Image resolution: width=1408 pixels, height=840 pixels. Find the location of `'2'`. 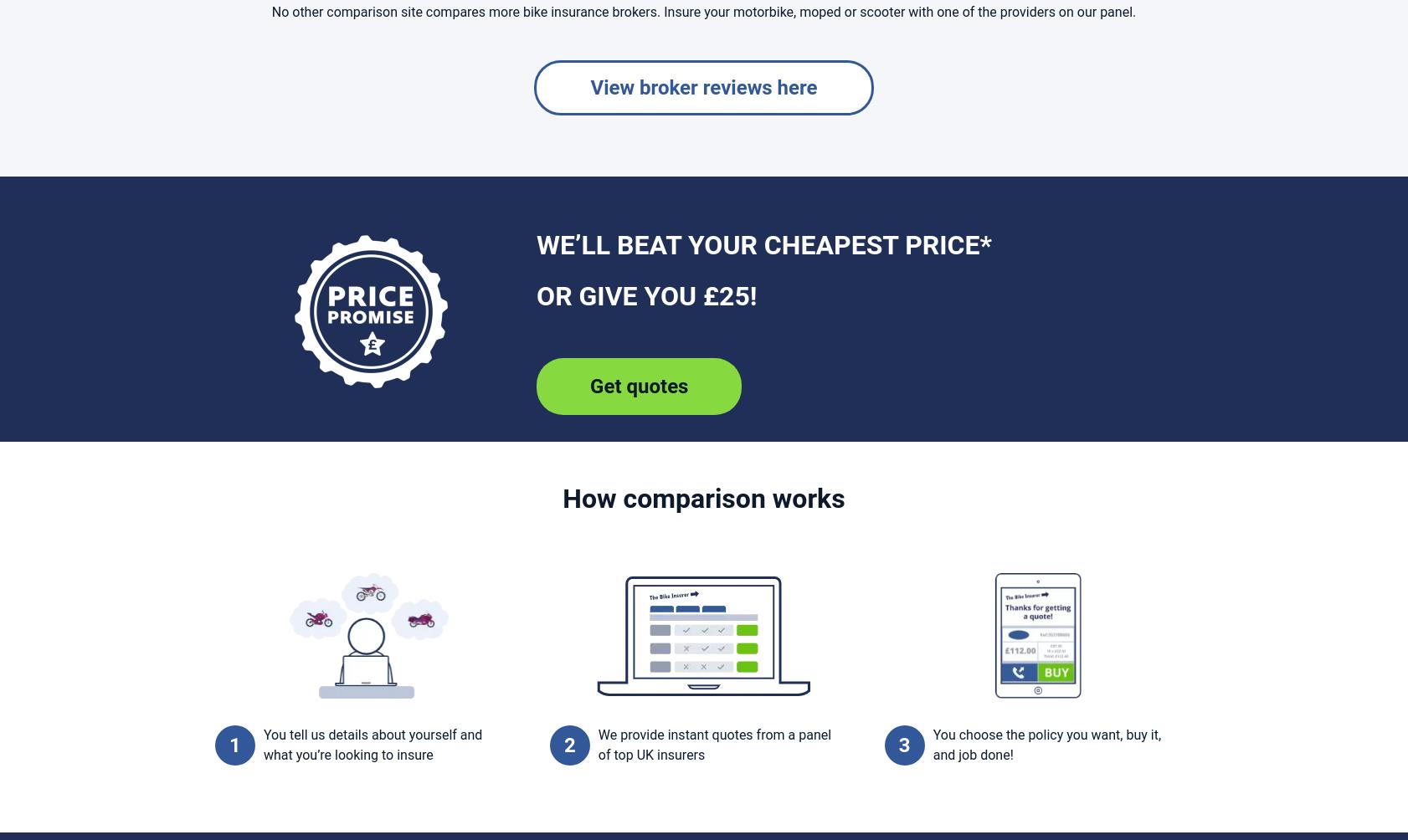

'2' is located at coordinates (569, 744).